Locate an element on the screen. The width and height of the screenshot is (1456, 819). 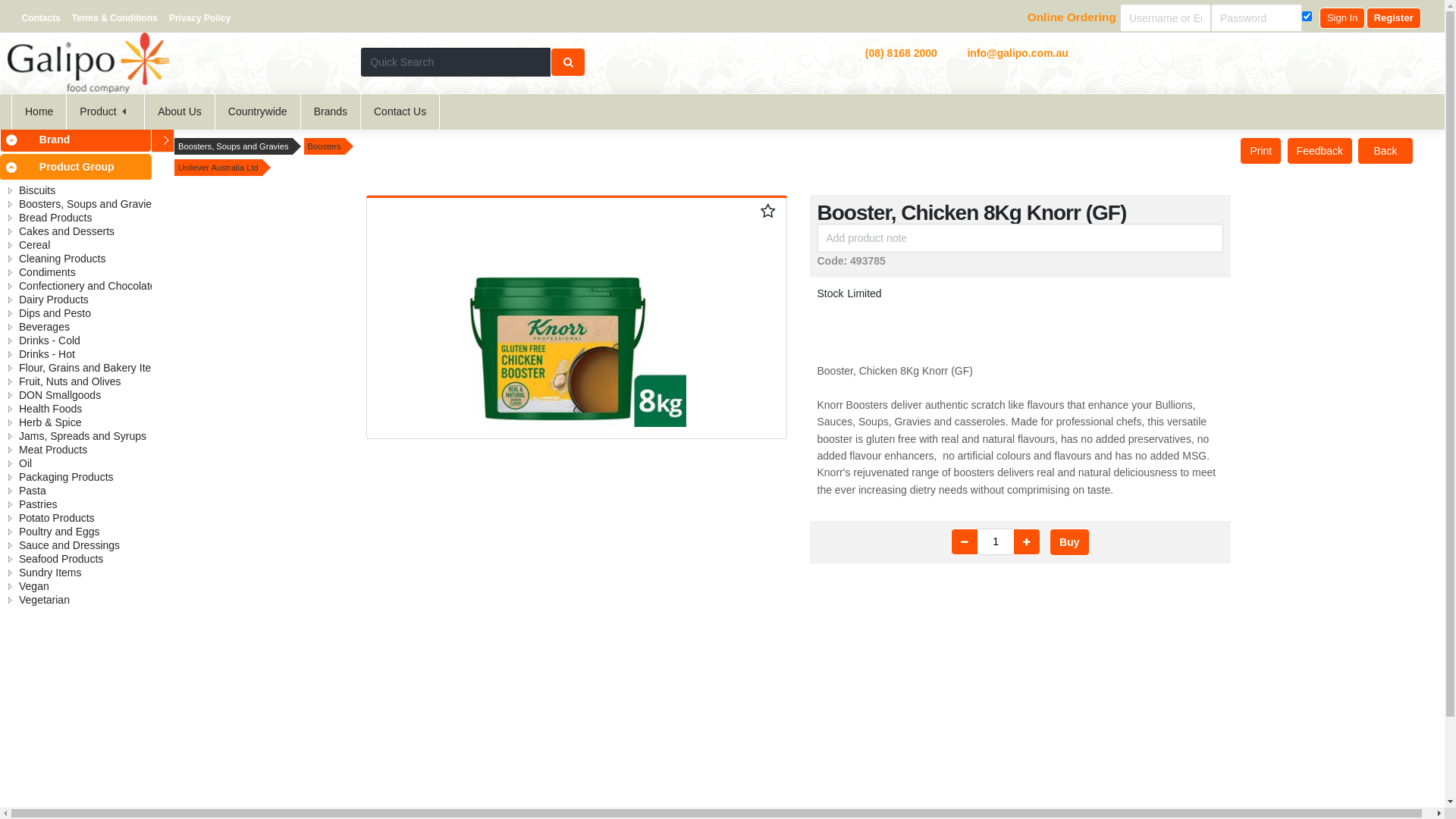
'Brand' is located at coordinates (83, 140).